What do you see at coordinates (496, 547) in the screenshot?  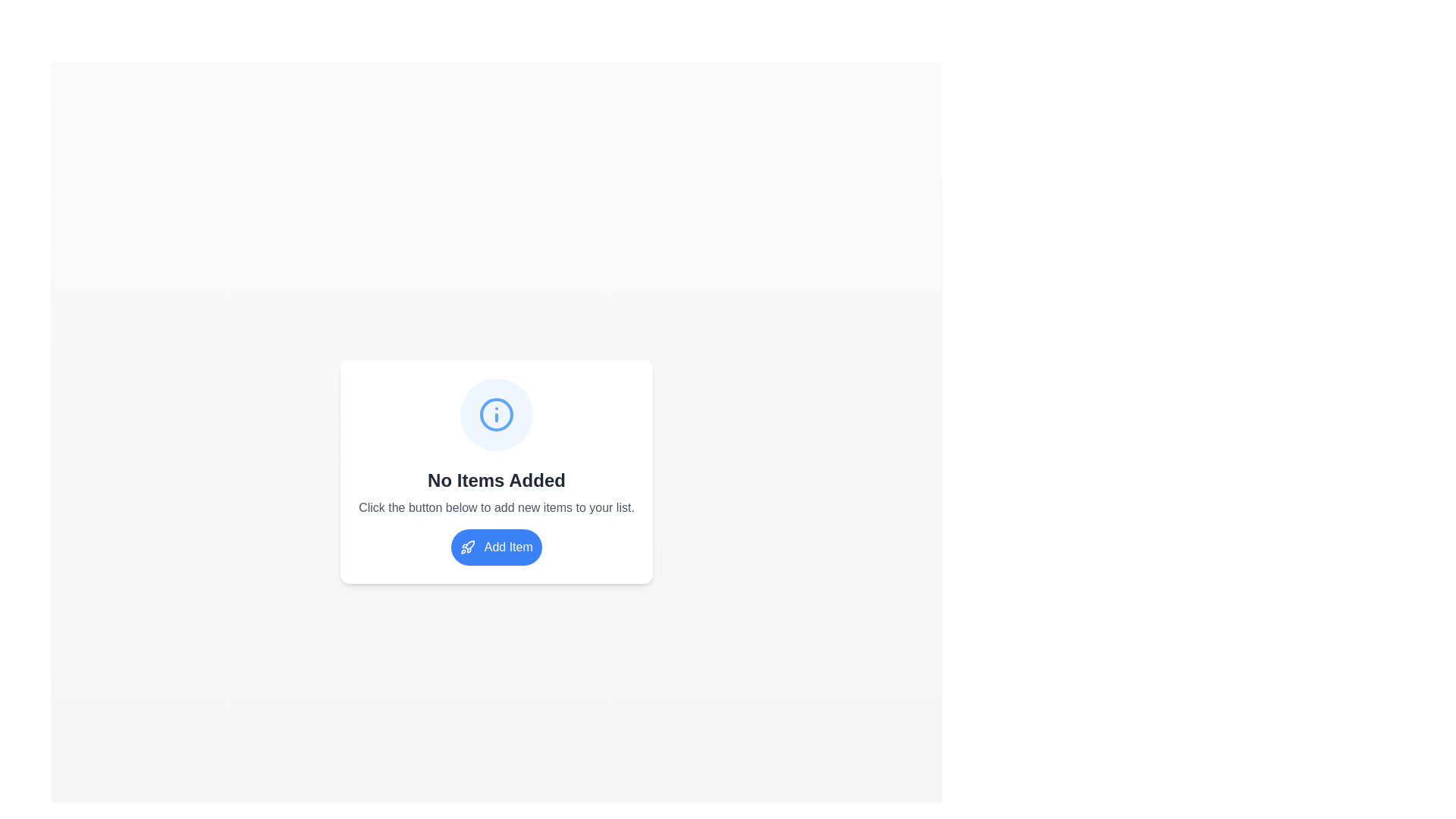 I see `the rounded blue button labeled 'Add Item' with a rocket icon to activate the hover effect` at bounding box center [496, 547].